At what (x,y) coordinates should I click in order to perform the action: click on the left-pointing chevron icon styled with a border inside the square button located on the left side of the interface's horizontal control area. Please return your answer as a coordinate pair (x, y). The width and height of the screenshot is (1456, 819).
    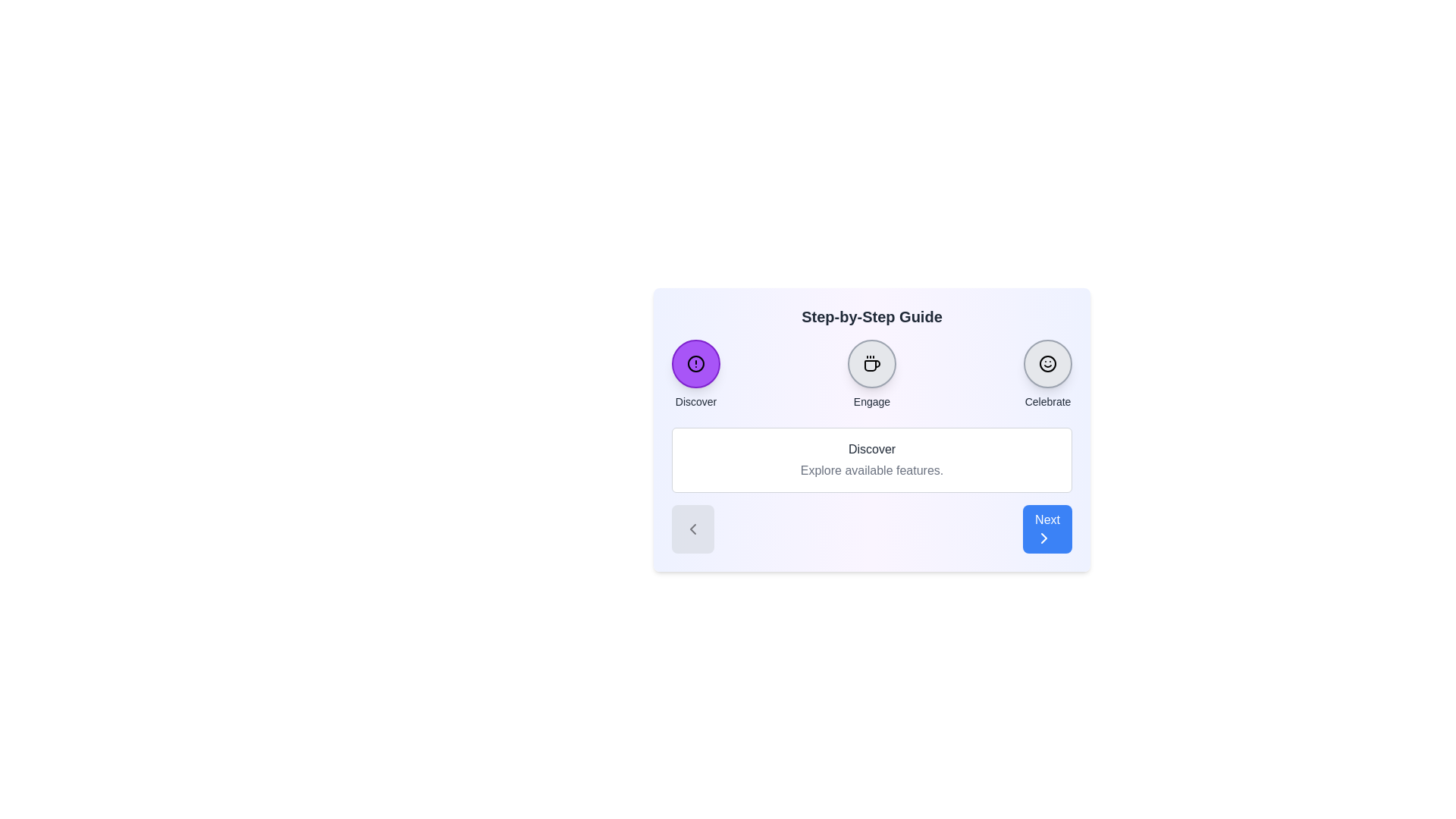
    Looking at the image, I should click on (692, 529).